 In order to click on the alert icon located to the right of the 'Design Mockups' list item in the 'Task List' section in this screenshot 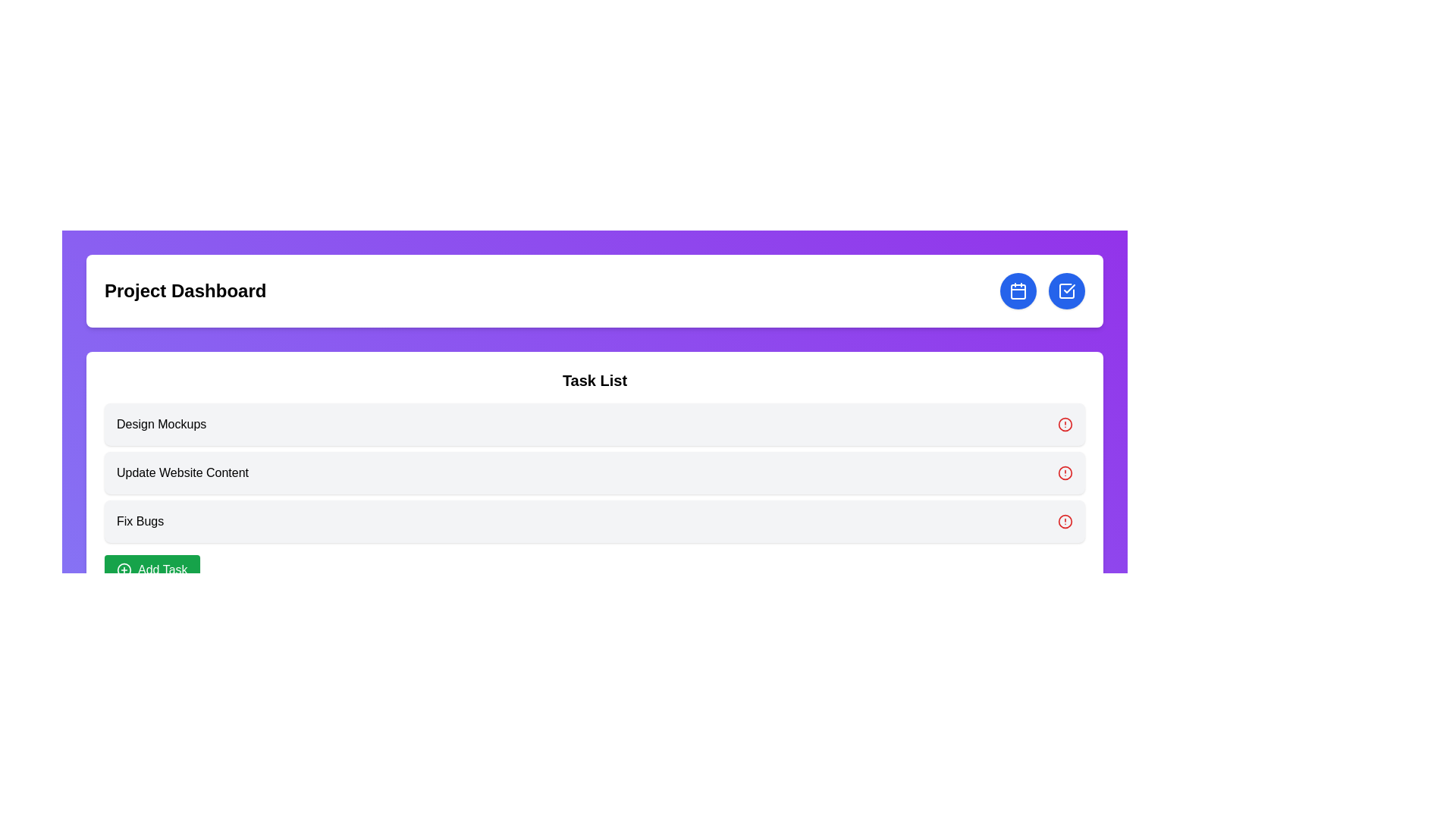, I will do `click(1065, 424)`.